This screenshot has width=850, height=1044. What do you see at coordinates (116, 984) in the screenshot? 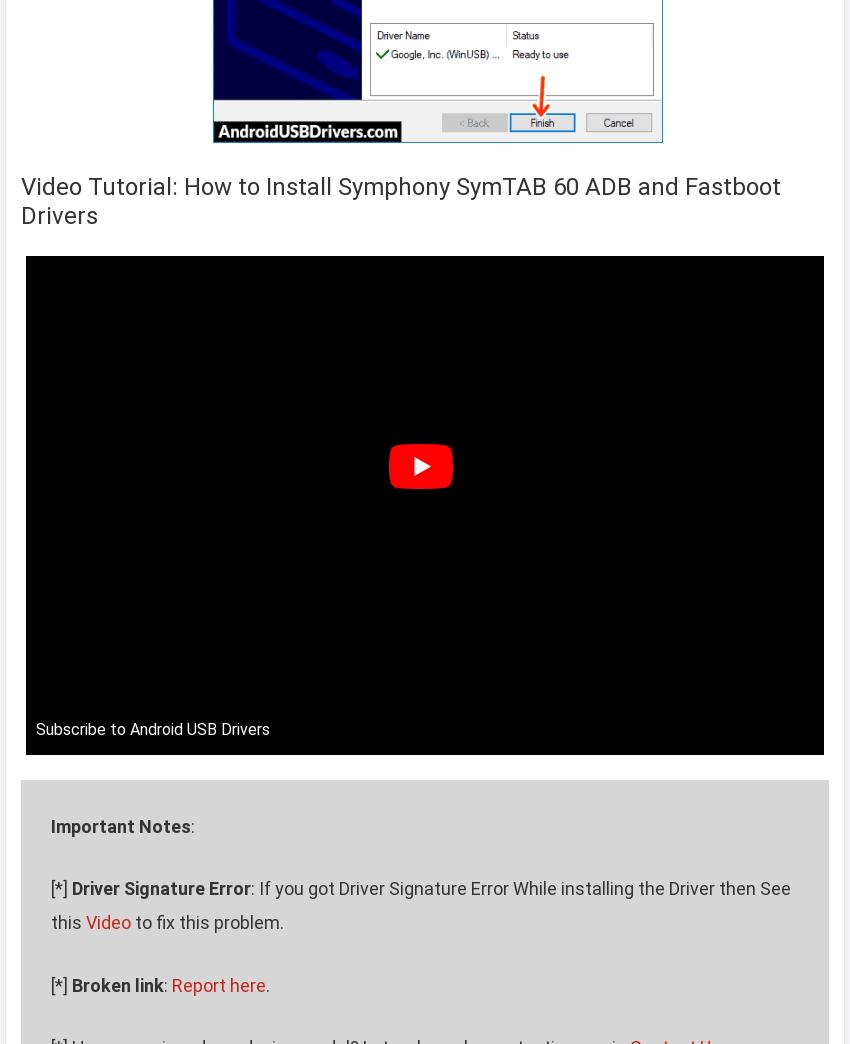
I see `'Broken link'` at bounding box center [116, 984].